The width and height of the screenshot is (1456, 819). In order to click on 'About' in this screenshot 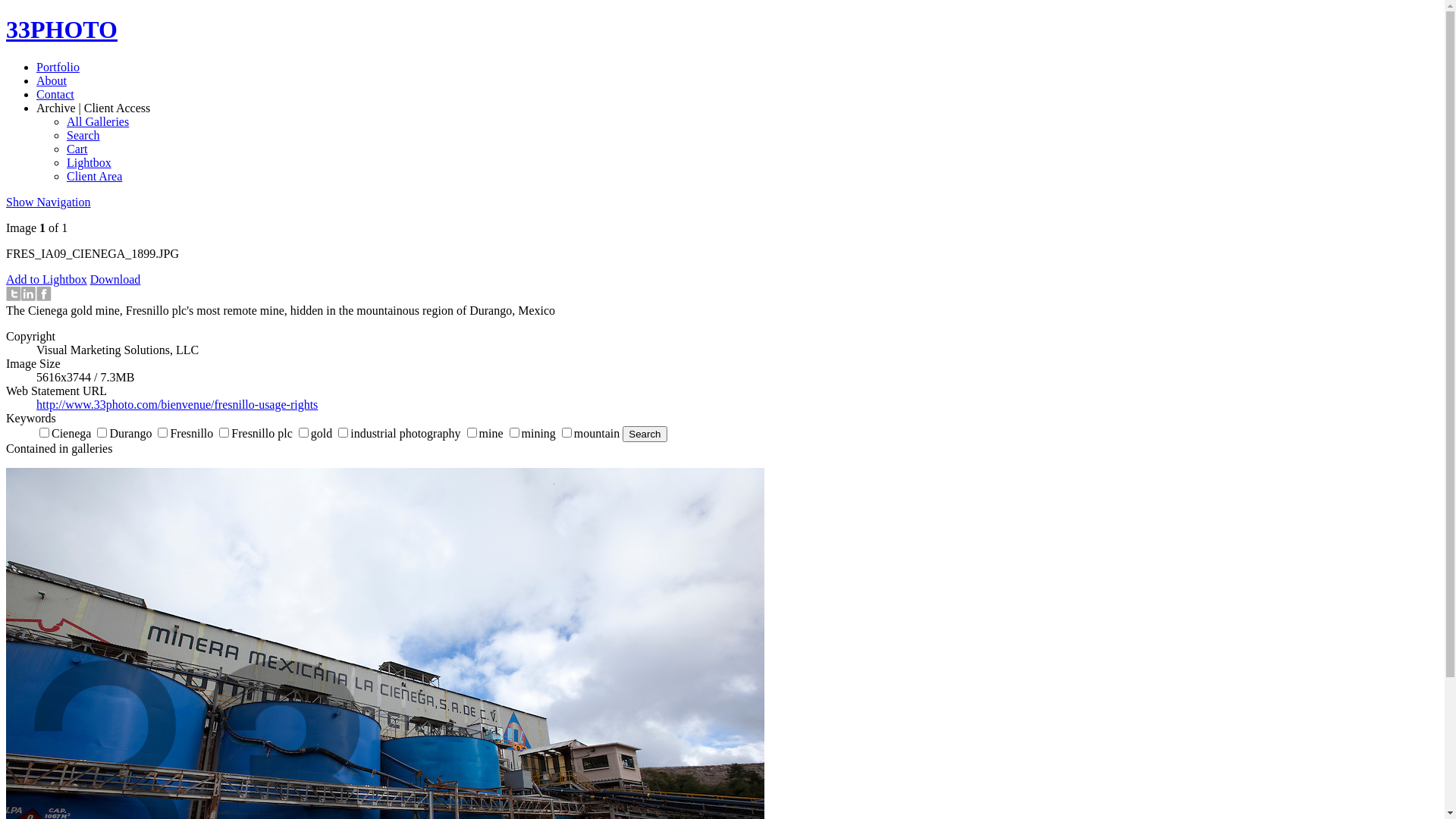, I will do `click(36, 80)`.